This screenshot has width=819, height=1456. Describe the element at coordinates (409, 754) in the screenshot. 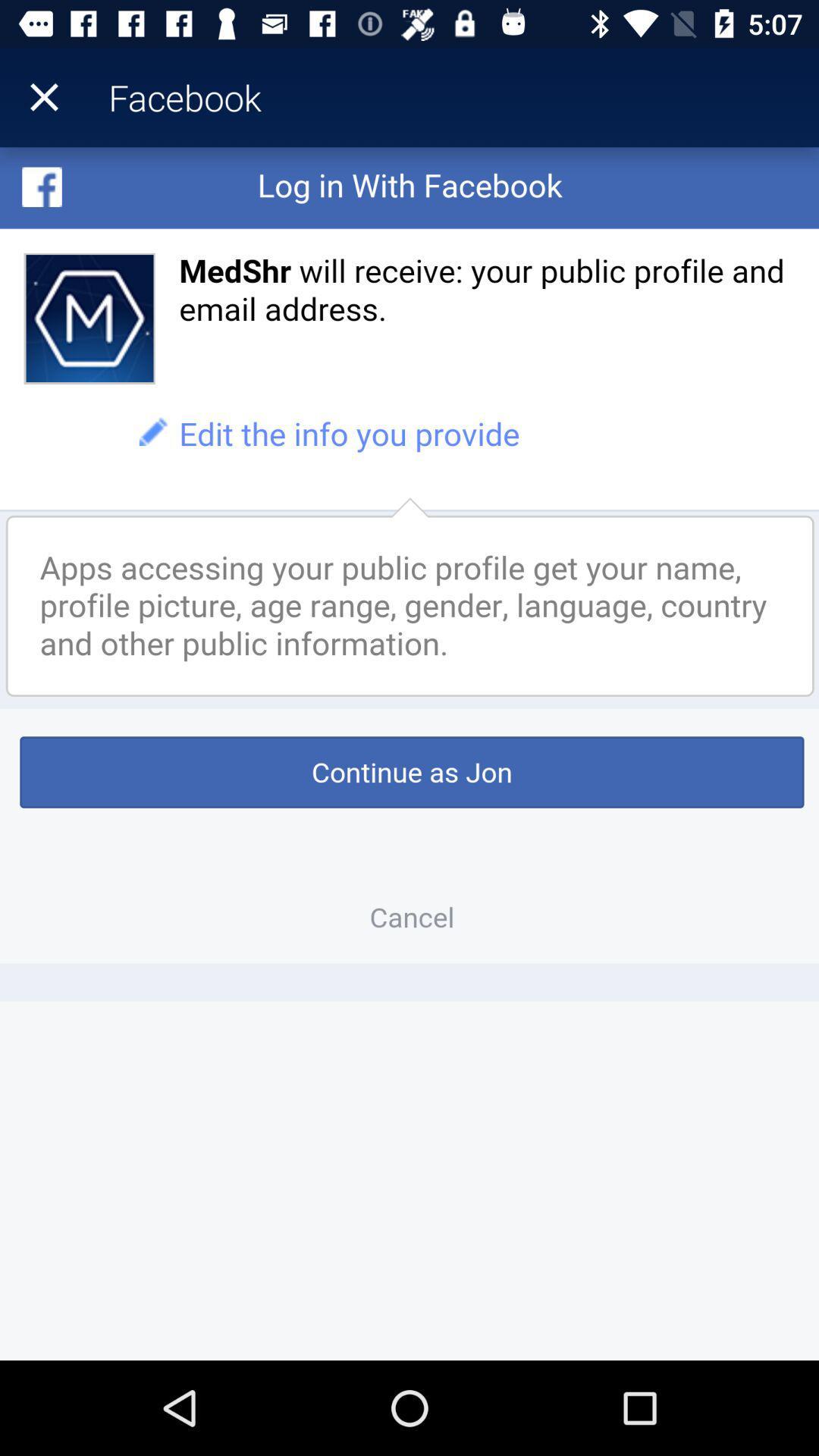

I see `login in to facebook page` at that location.